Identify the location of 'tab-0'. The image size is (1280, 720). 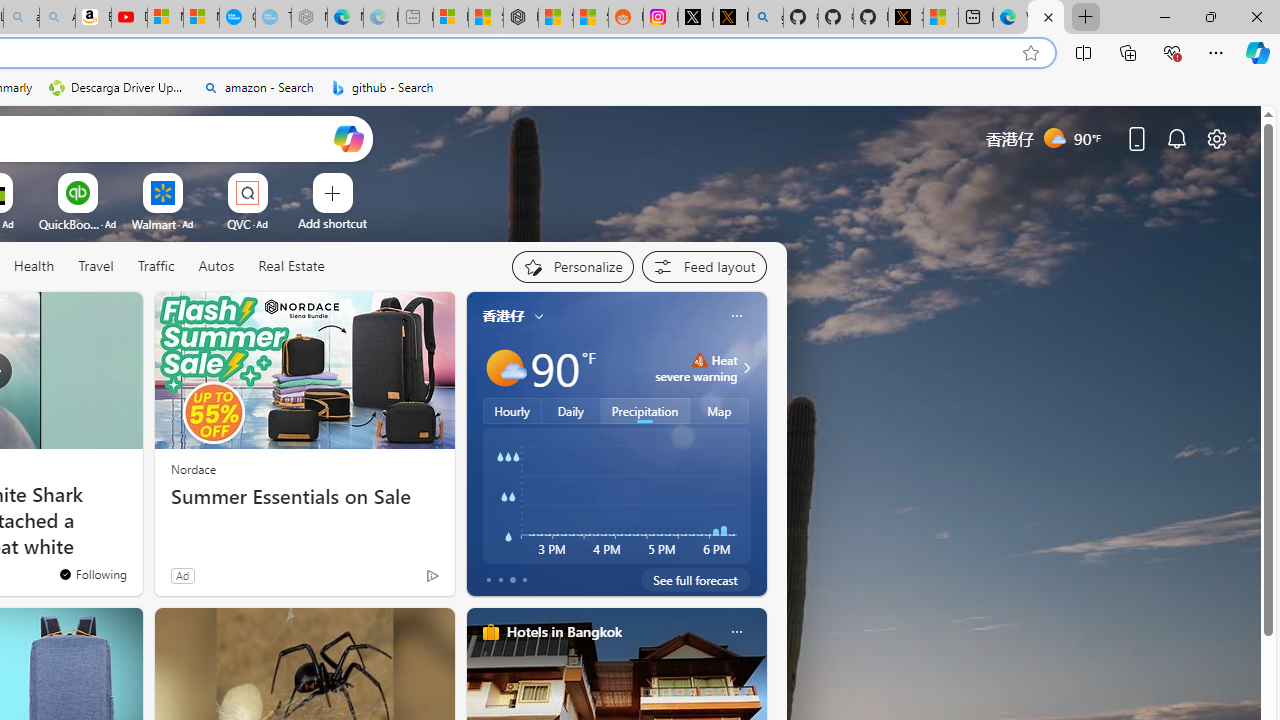
(488, 579).